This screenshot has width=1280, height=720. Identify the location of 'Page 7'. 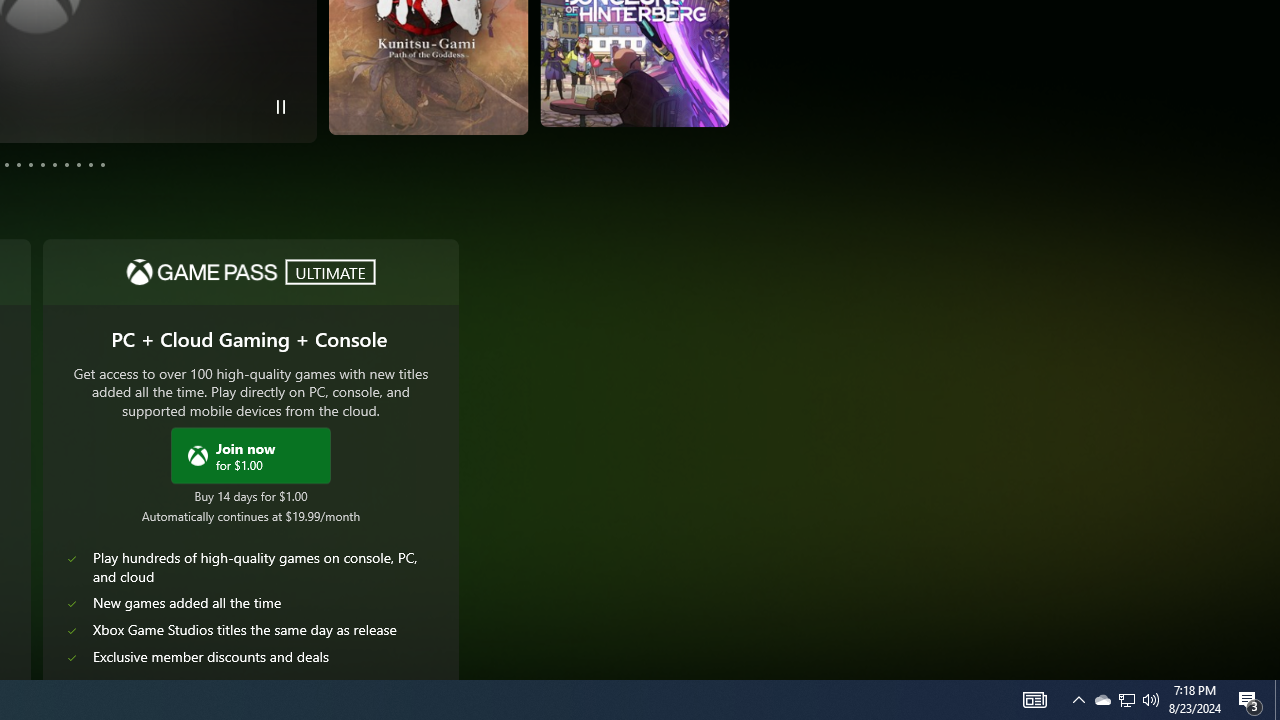
(42, 163).